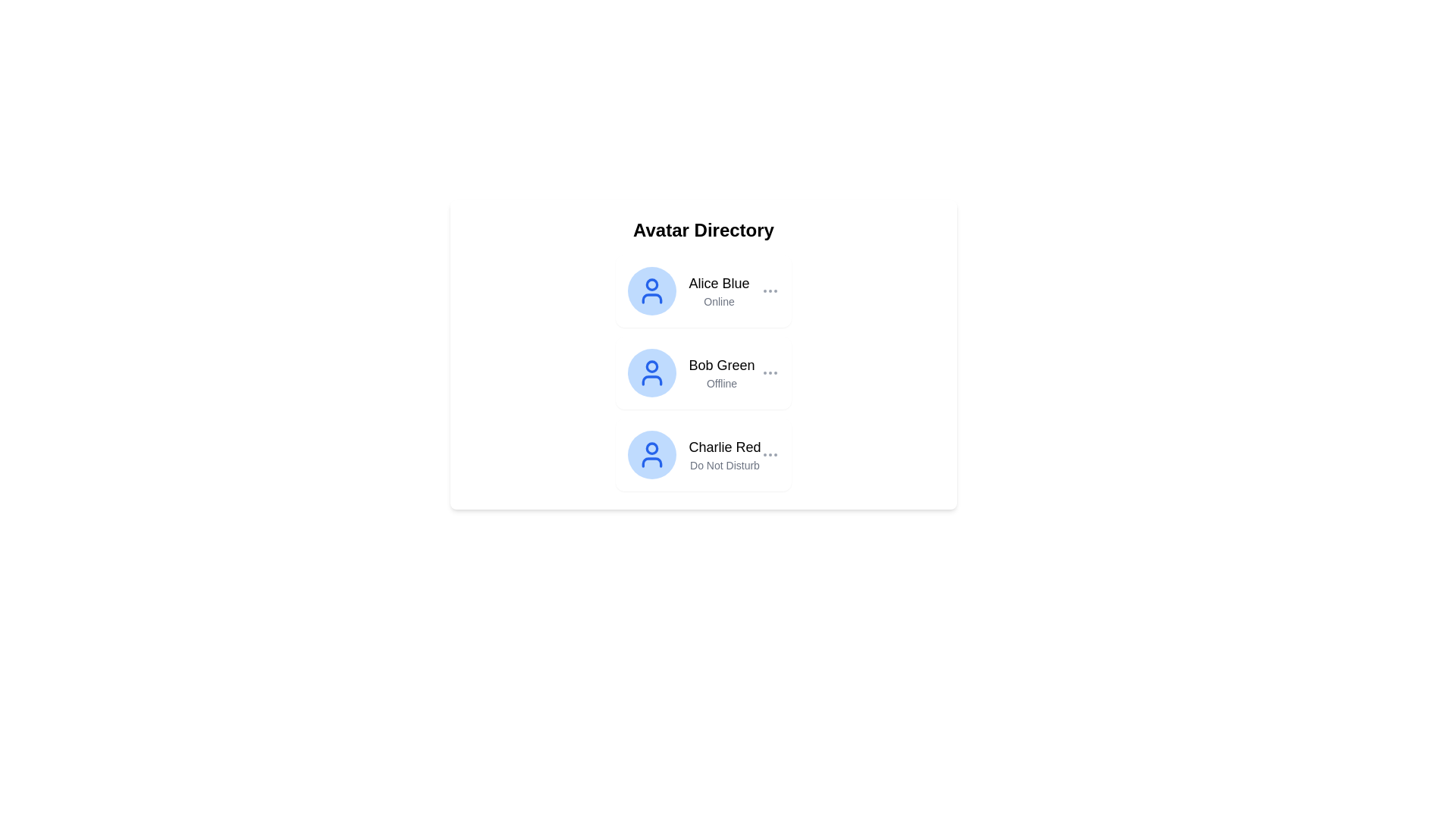  I want to click on the circular Icon subcomponent located in the upper region of the avatar icon SVG, which is the third entry in a vertical list of user entries, so click(652, 447).